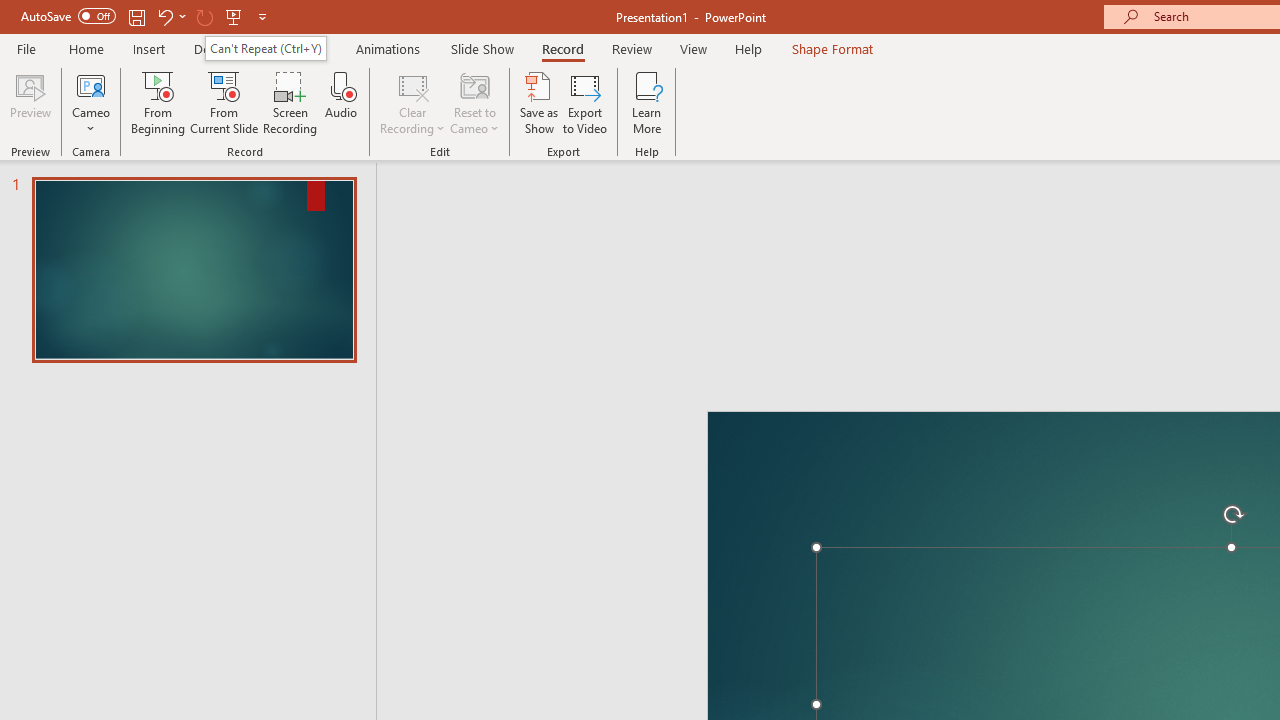 The height and width of the screenshot is (720, 1280). I want to click on 'Learn More', so click(647, 103).